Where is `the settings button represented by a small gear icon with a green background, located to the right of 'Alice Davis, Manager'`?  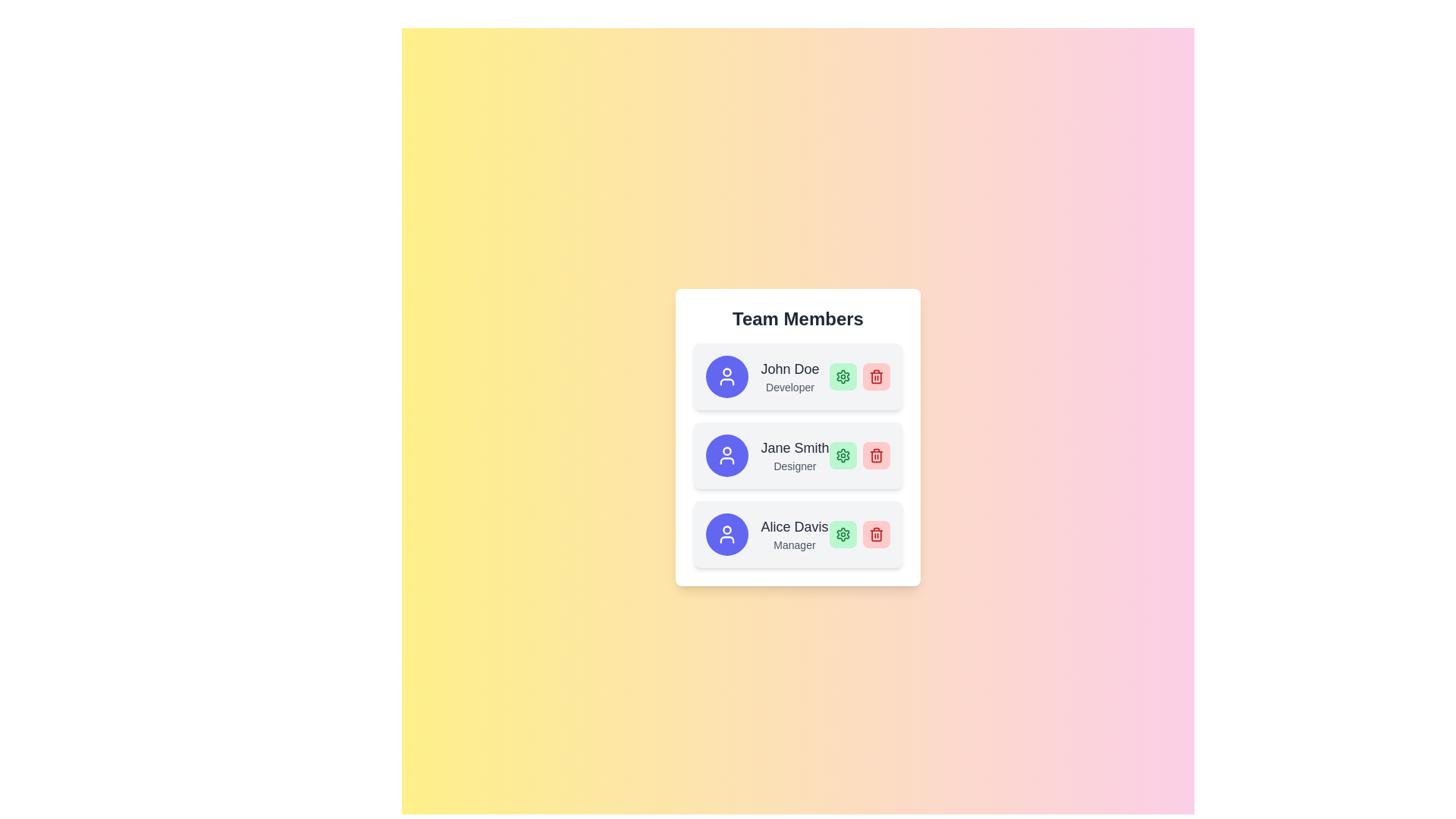 the settings button represented by a small gear icon with a green background, located to the right of 'Alice Davis, Manager' is located at coordinates (841, 534).